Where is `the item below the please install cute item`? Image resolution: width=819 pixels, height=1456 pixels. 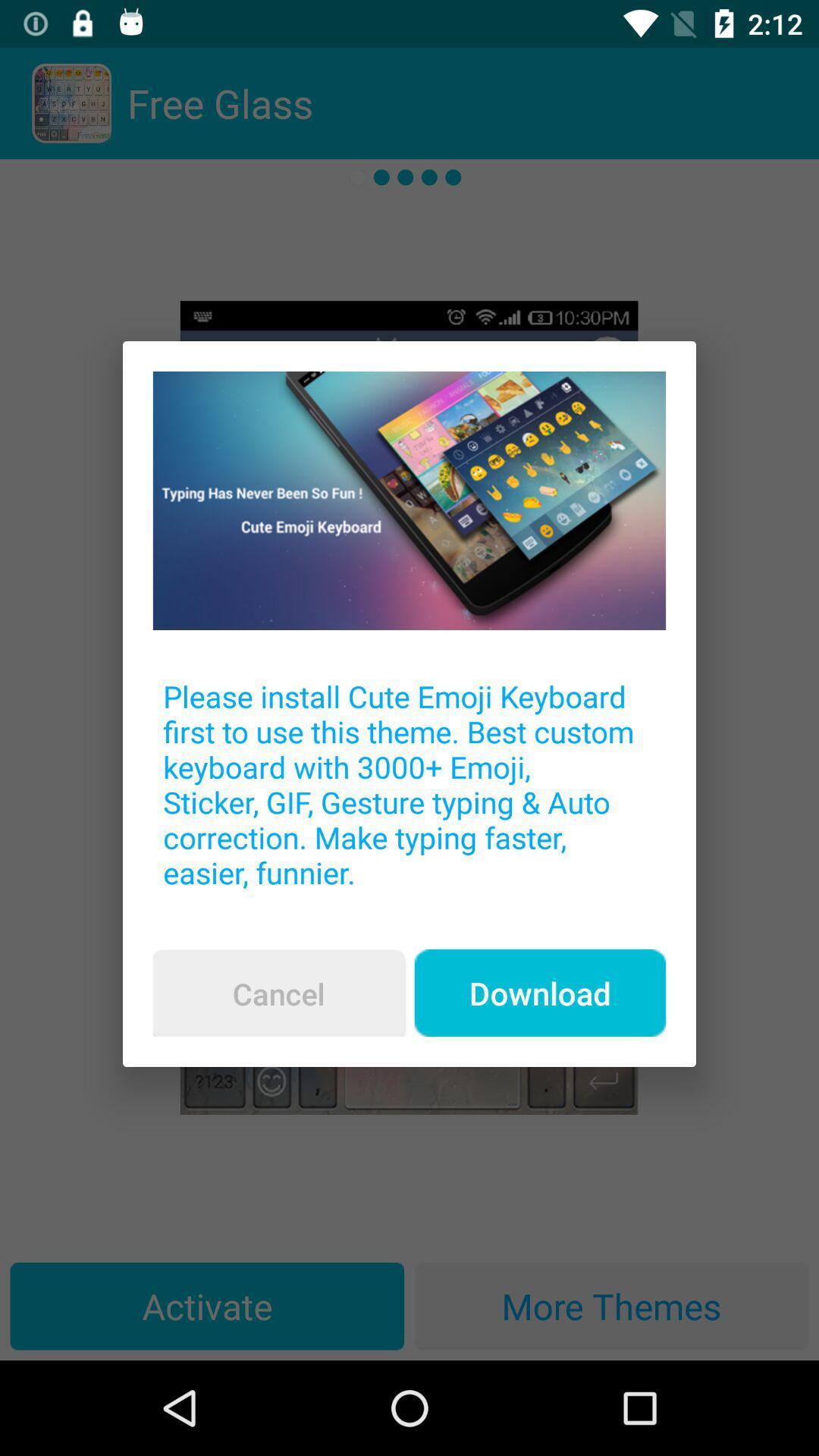
the item below the please install cute item is located at coordinates (539, 993).